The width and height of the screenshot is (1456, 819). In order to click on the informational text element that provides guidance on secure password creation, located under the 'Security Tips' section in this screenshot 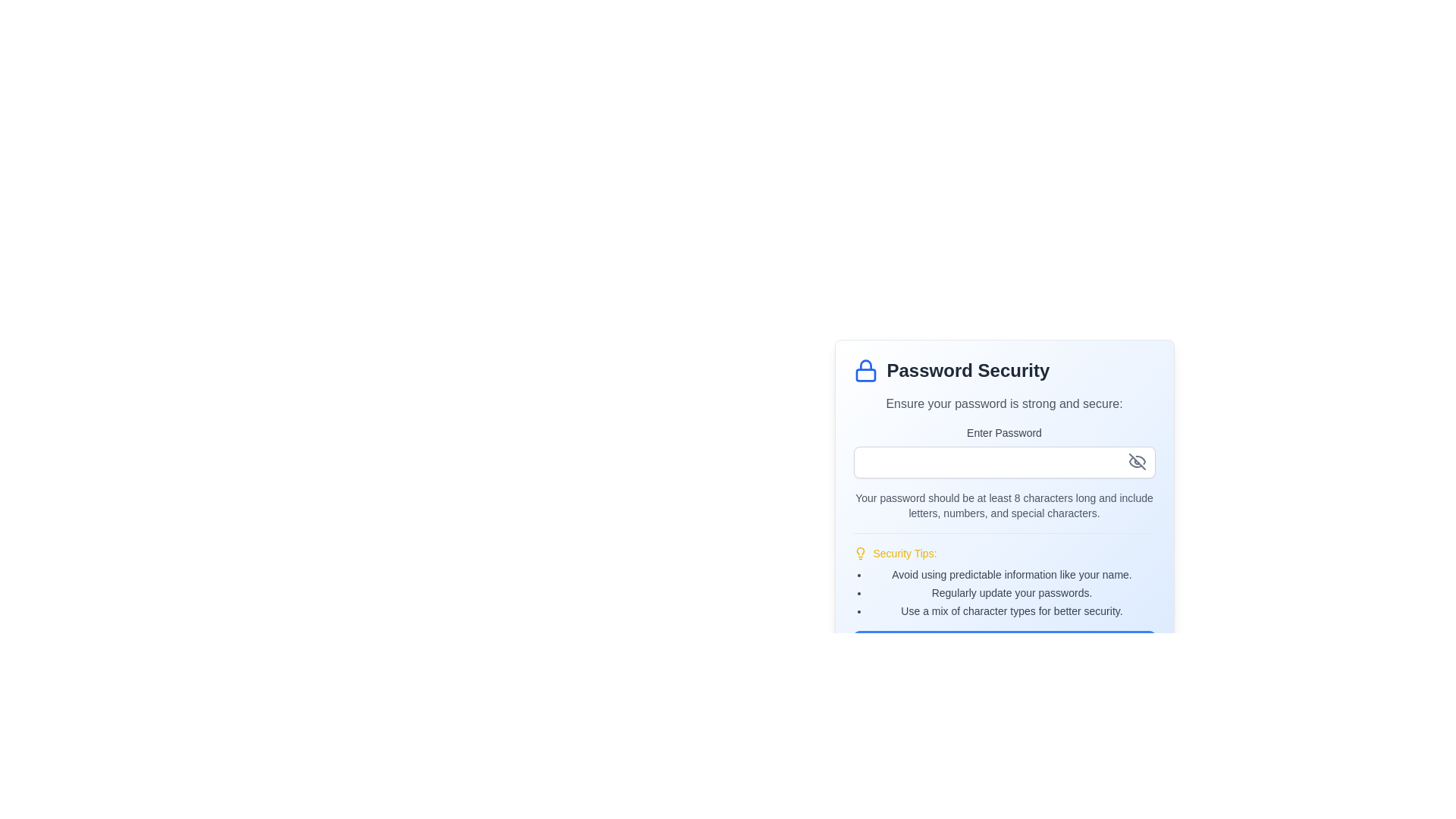, I will do `click(1012, 575)`.